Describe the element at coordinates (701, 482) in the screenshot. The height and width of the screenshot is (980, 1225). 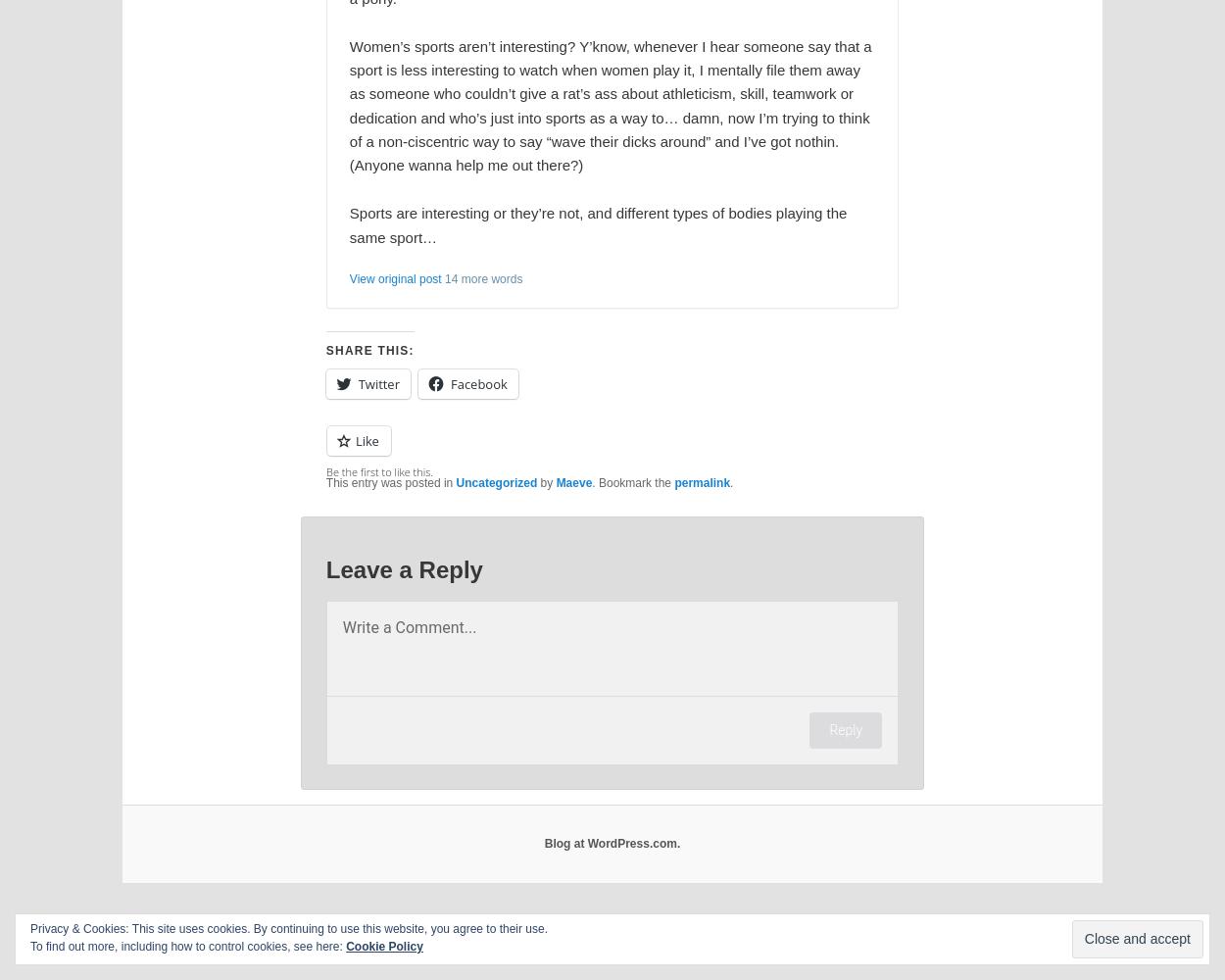
I see `'permalink'` at that location.